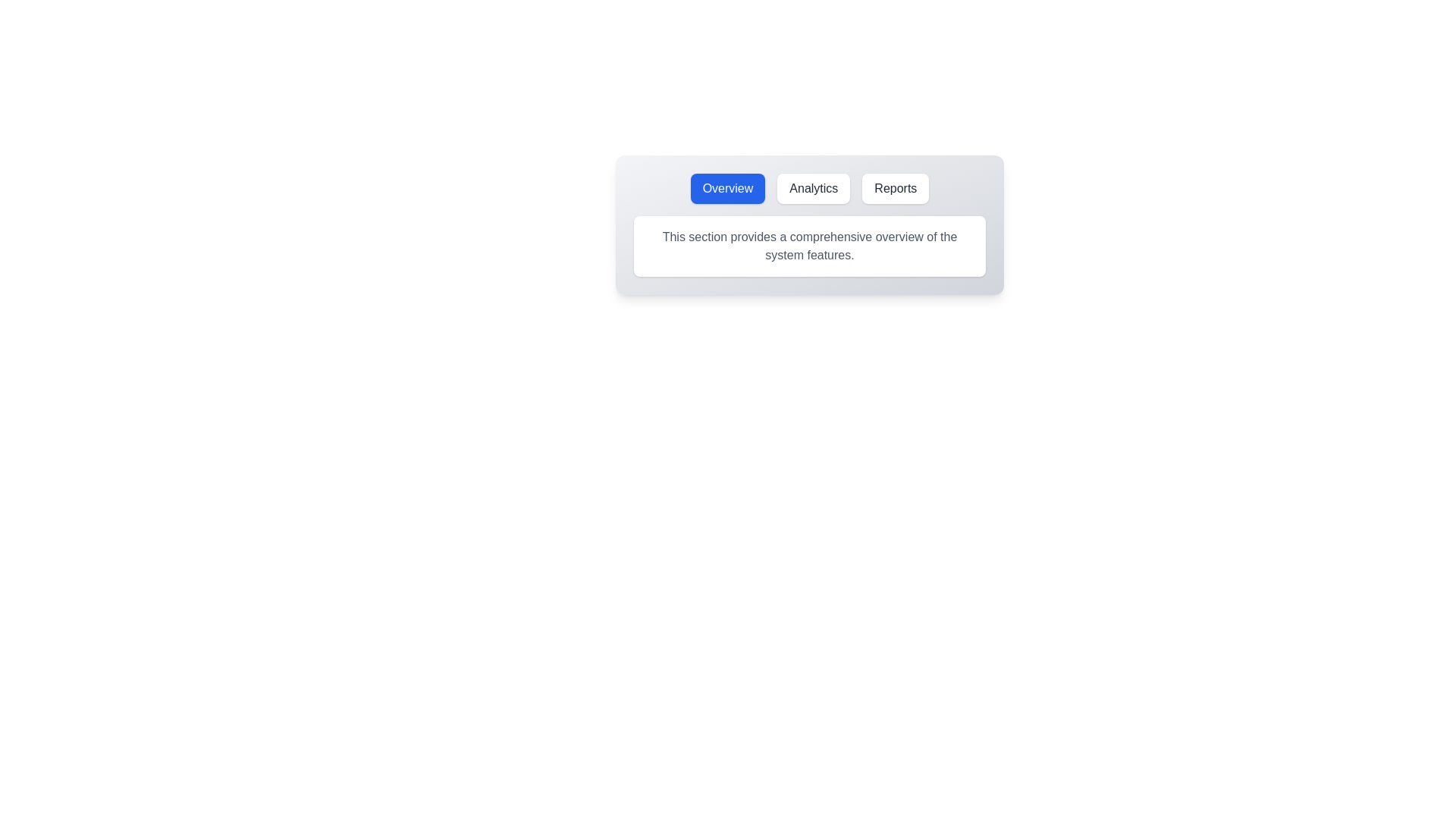  Describe the element at coordinates (728, 188) in the screenshot. I see `the tab labeled Overview to observe its hover effect` at that location.